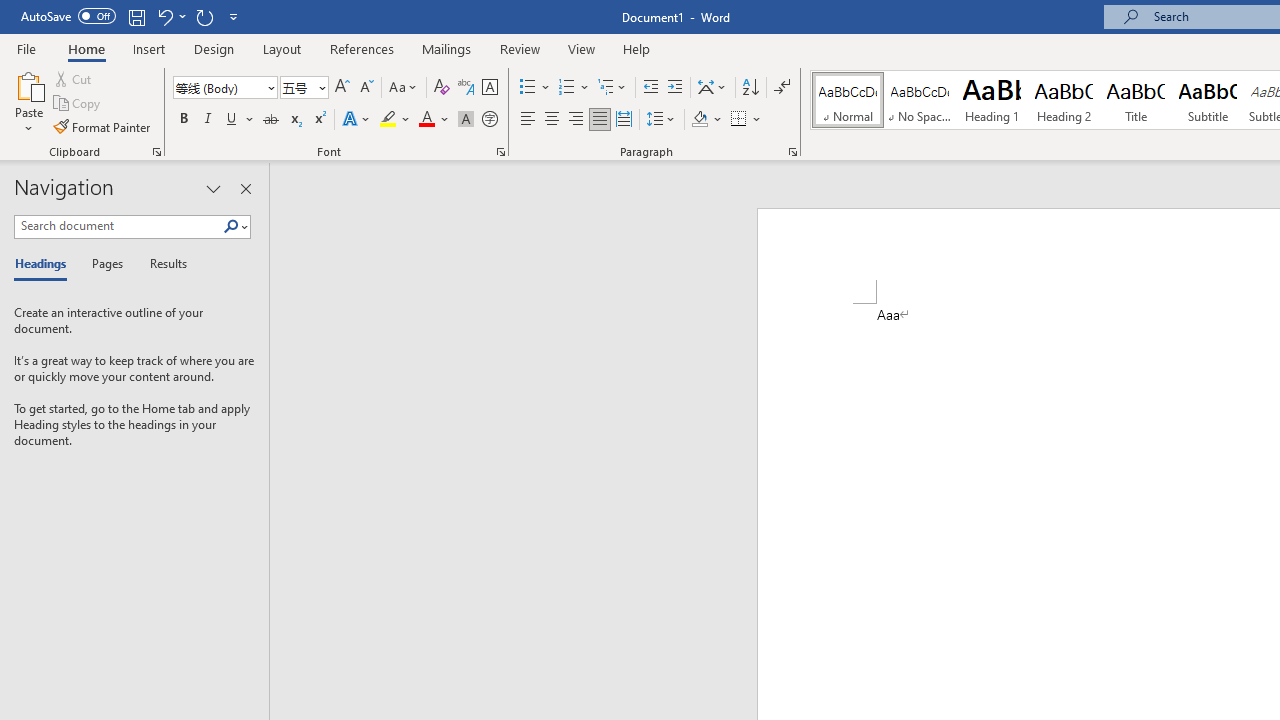  What do you see at coordinates (791, 150) in the screenshot?
I see `'Paragraph...'` at bounding box center [791, 150].